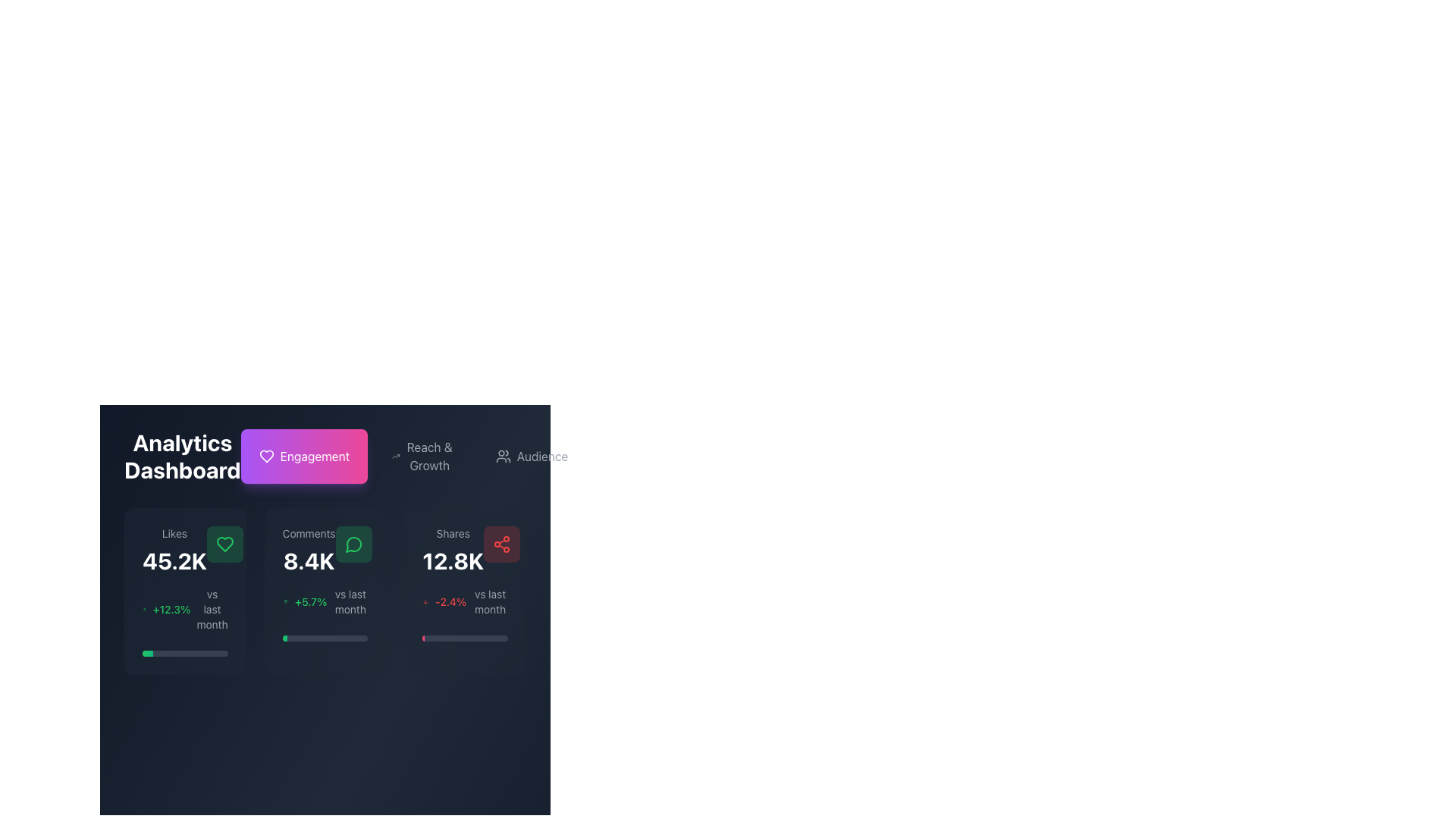  I want to click on the heart icon representing the 'likes' indicator located in the top-left corner of the 'Likes' card on the dashboard, so click(224, 543).